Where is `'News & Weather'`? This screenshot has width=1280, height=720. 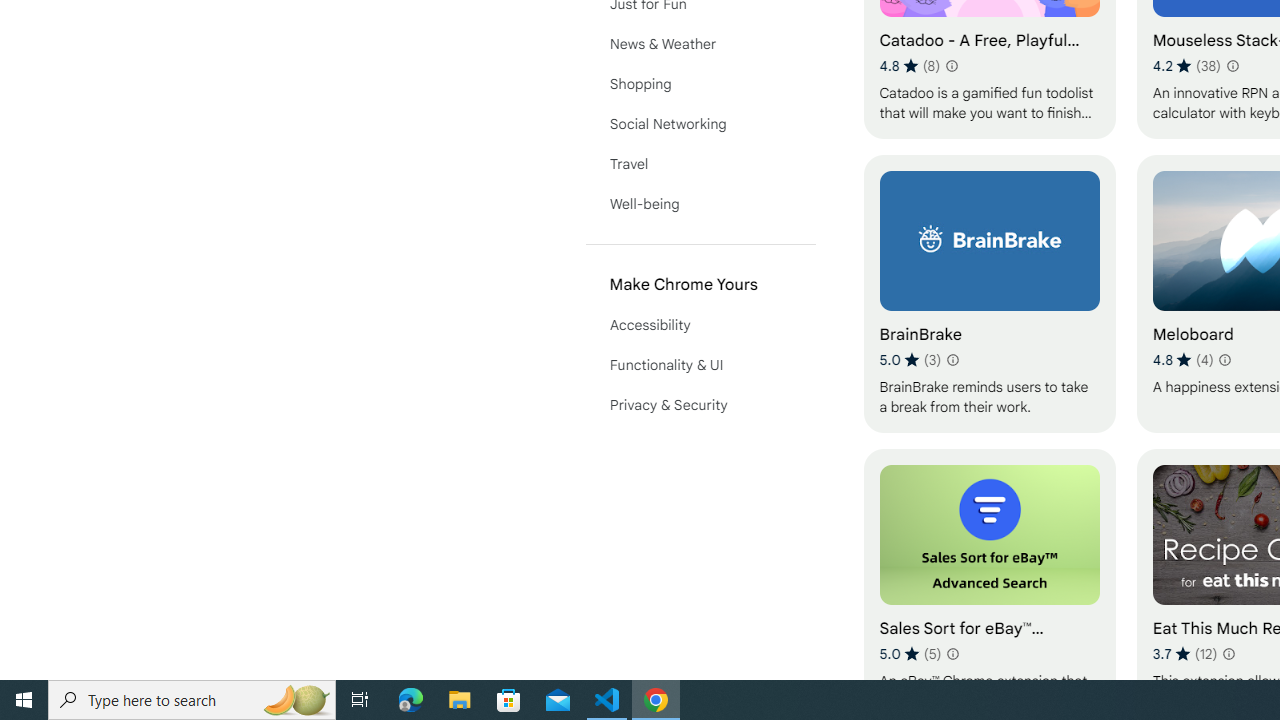
'News & Weather' is located at coordinates (700, 43).